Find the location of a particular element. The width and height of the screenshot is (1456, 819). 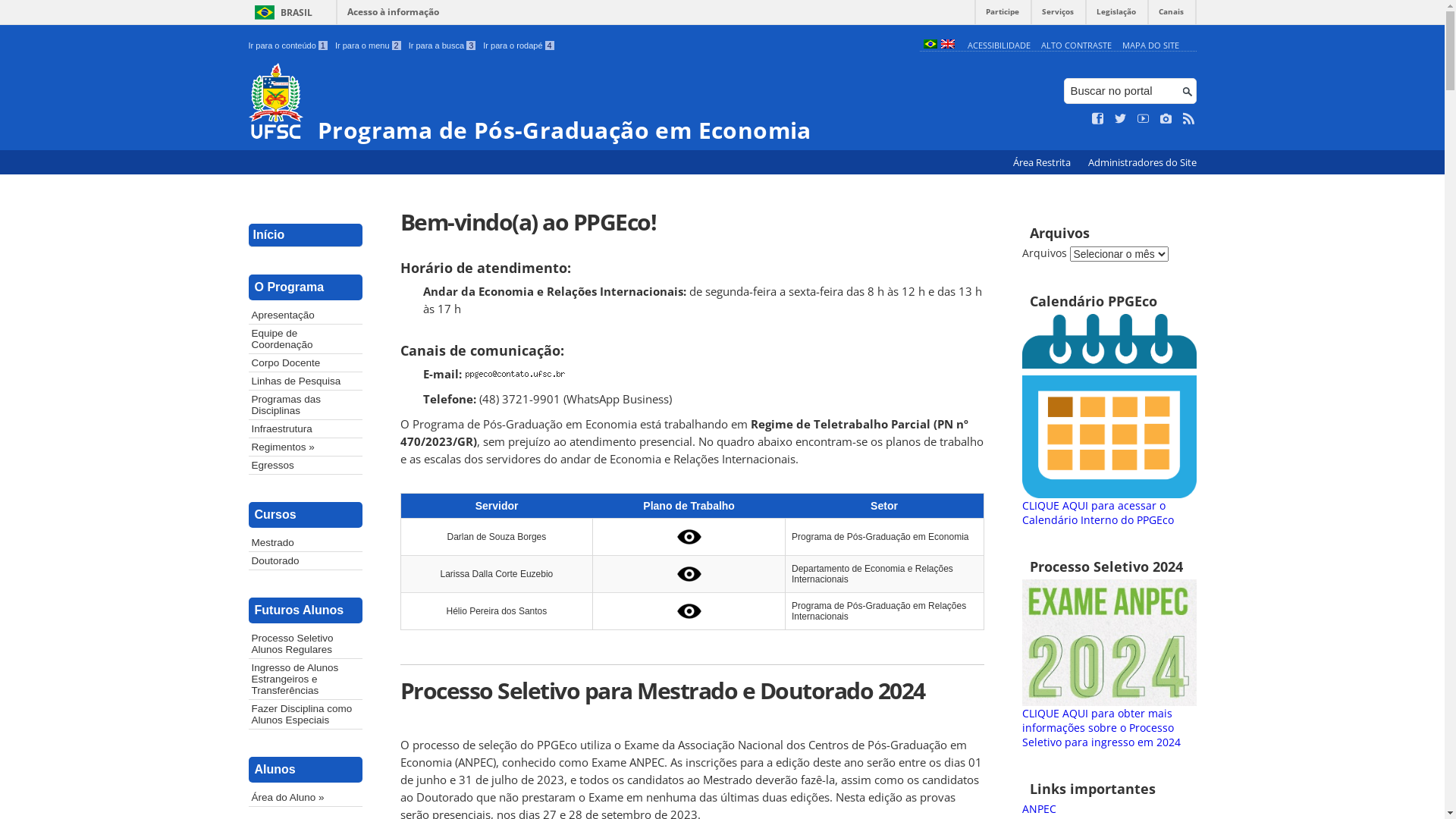

'English (en)' is located at coordinates (946, 44).